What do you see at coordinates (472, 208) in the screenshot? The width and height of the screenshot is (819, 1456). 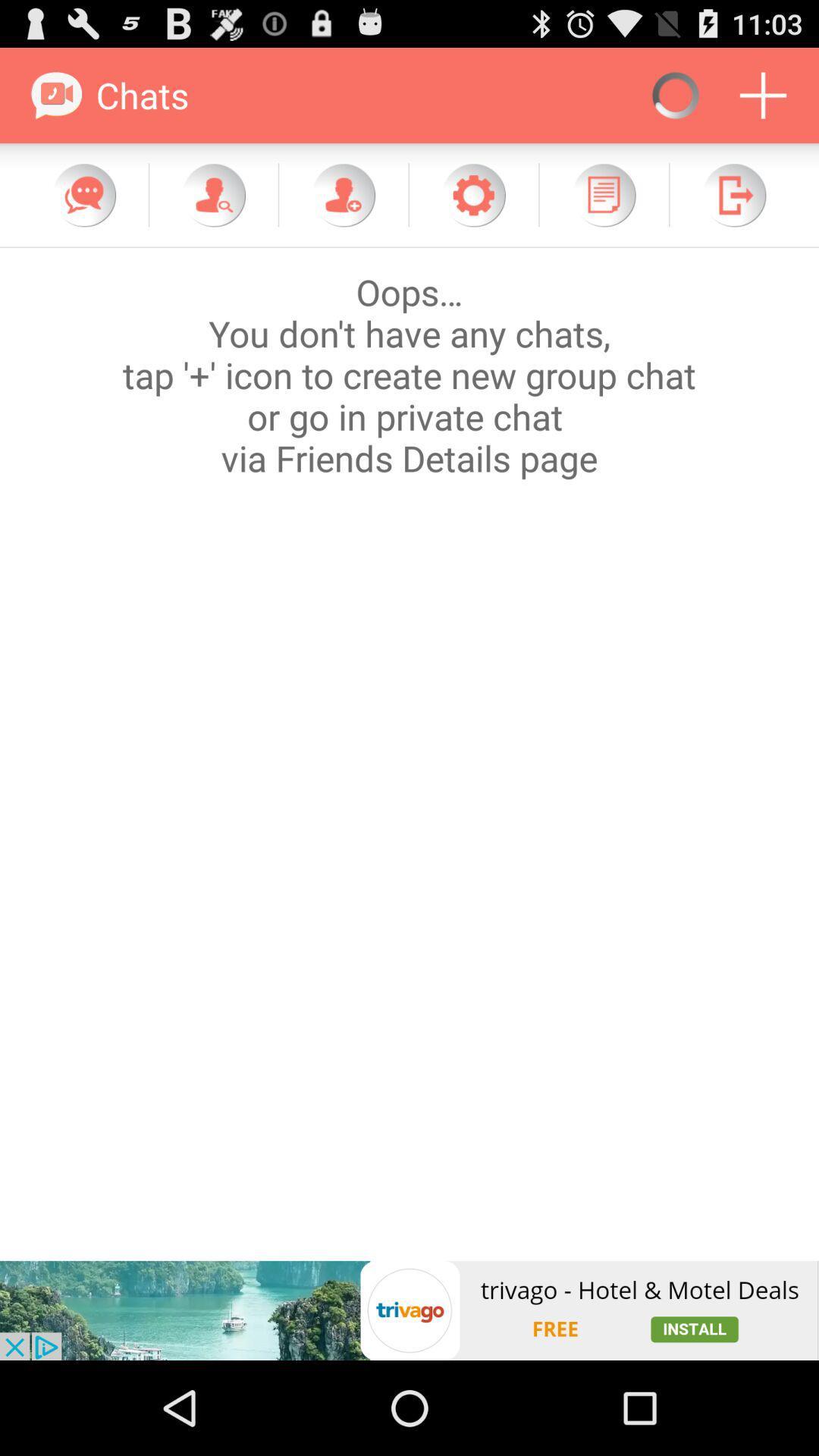 I see `the settings icon` at bounding box center [472, 208].